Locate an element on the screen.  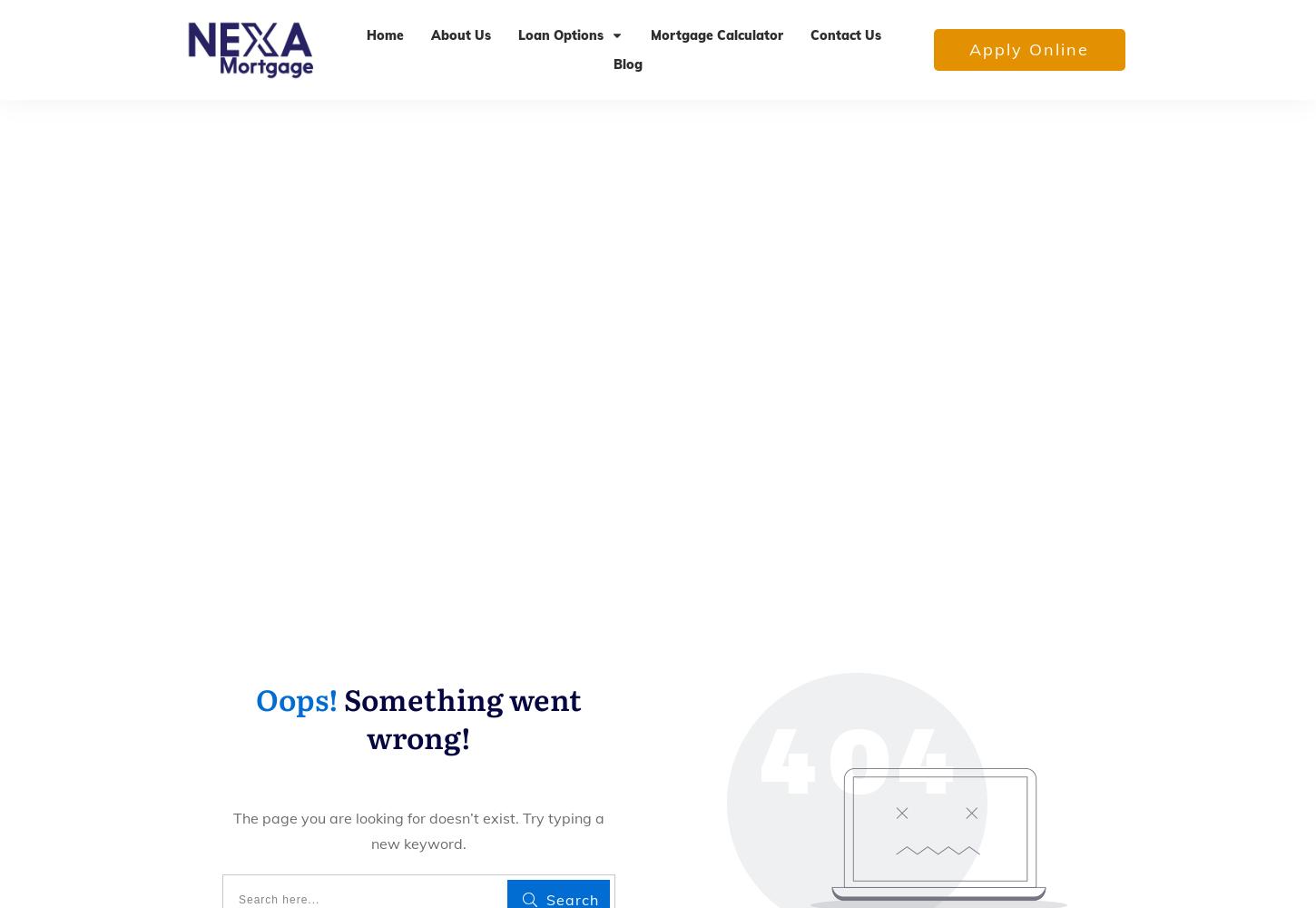
'Apply Online' is located at coordinates (1028, 49).